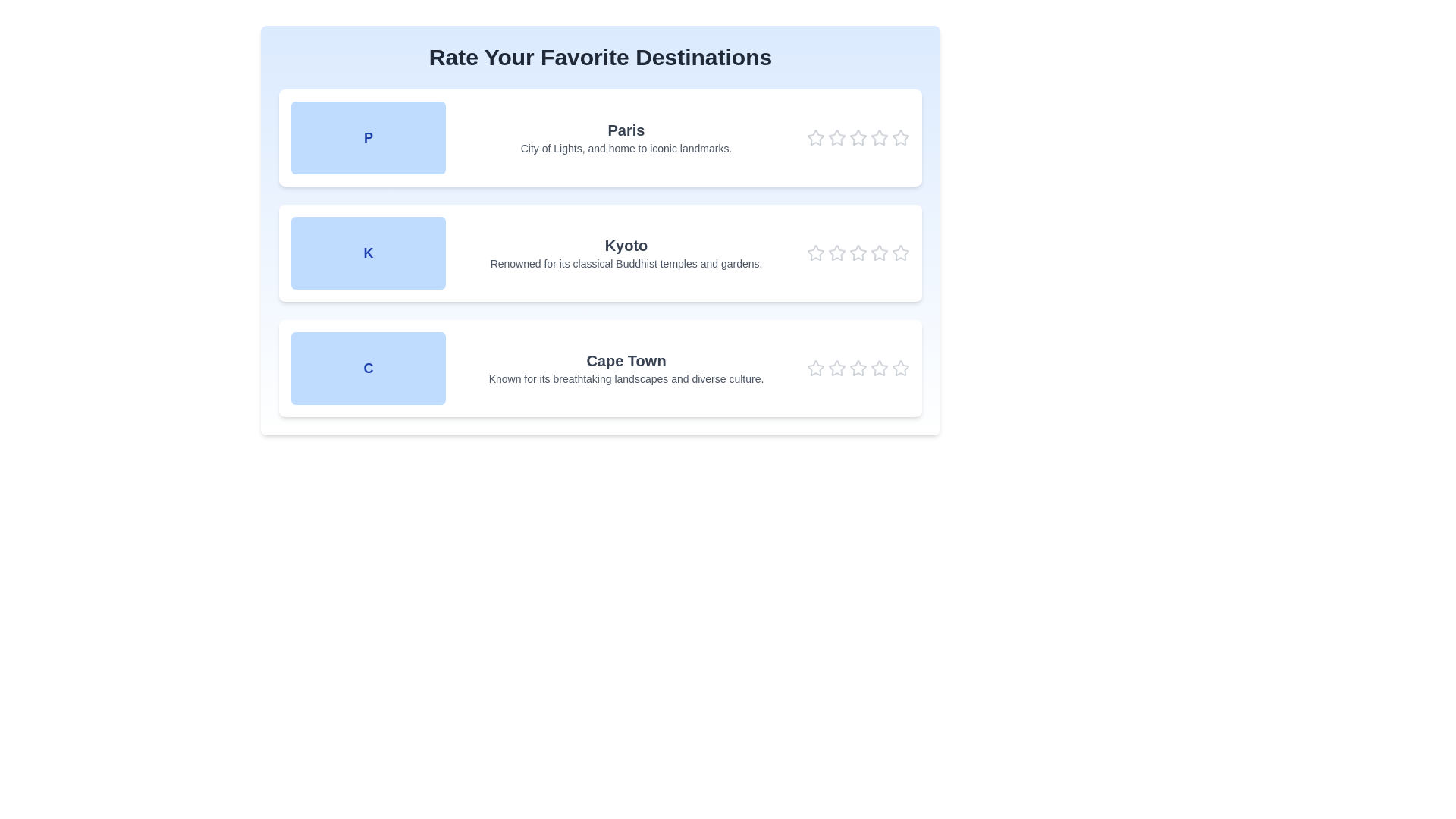 Image resolution: width=1456 pixels, height=819 pixels. I want to click on the text label that reads 'Known for its breathtaking landscapes and diverse culture.' located beneath the title 'Cape Town', so click(626, 378).